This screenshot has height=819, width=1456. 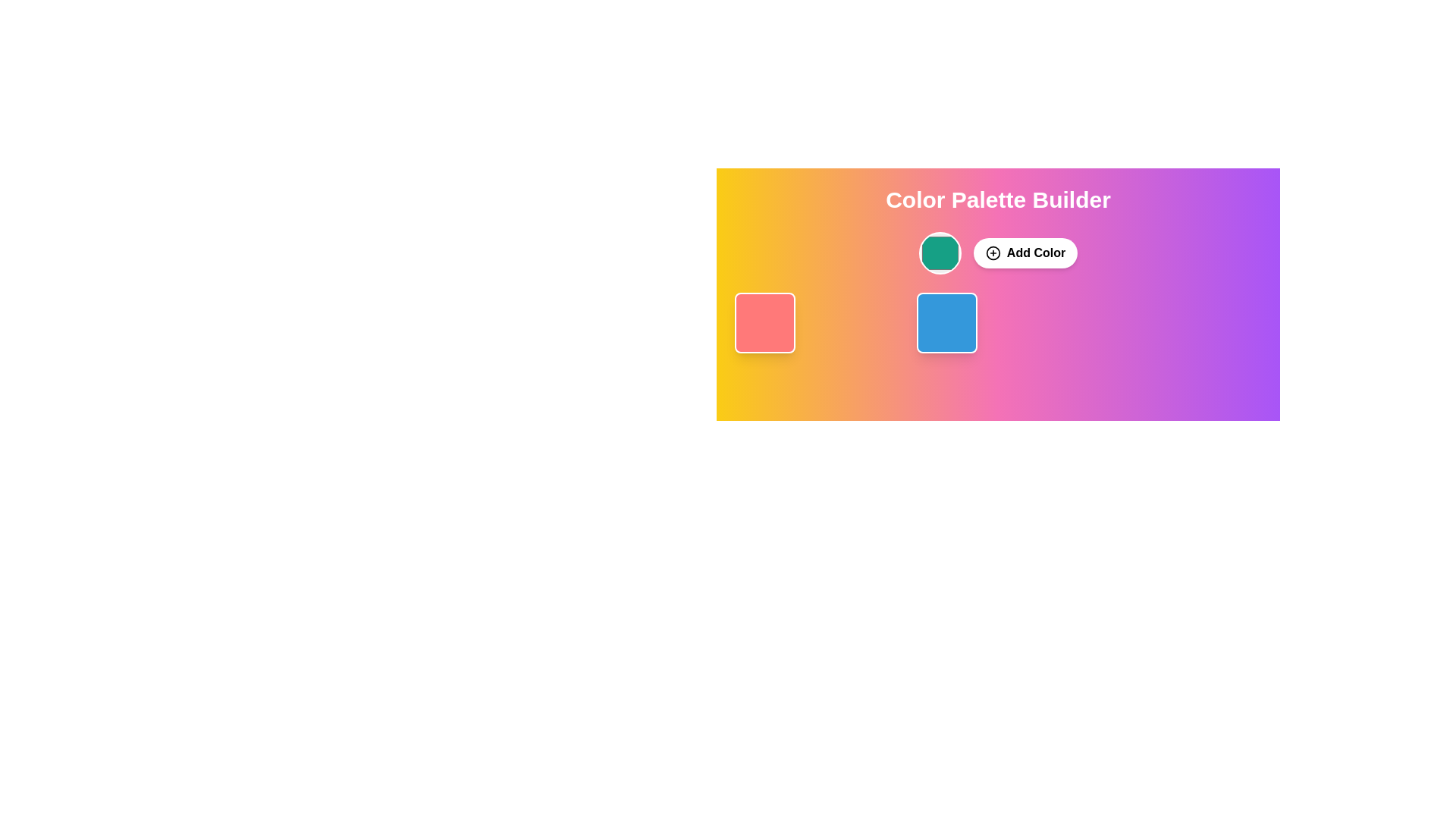 What do you see at coordinates (939, 253) in the screenshot?
I see `the color selector button which represents the teal green color, located in the 'Add Color' section, preceding the 'Add Color' button` at bounding box center [939, 253].